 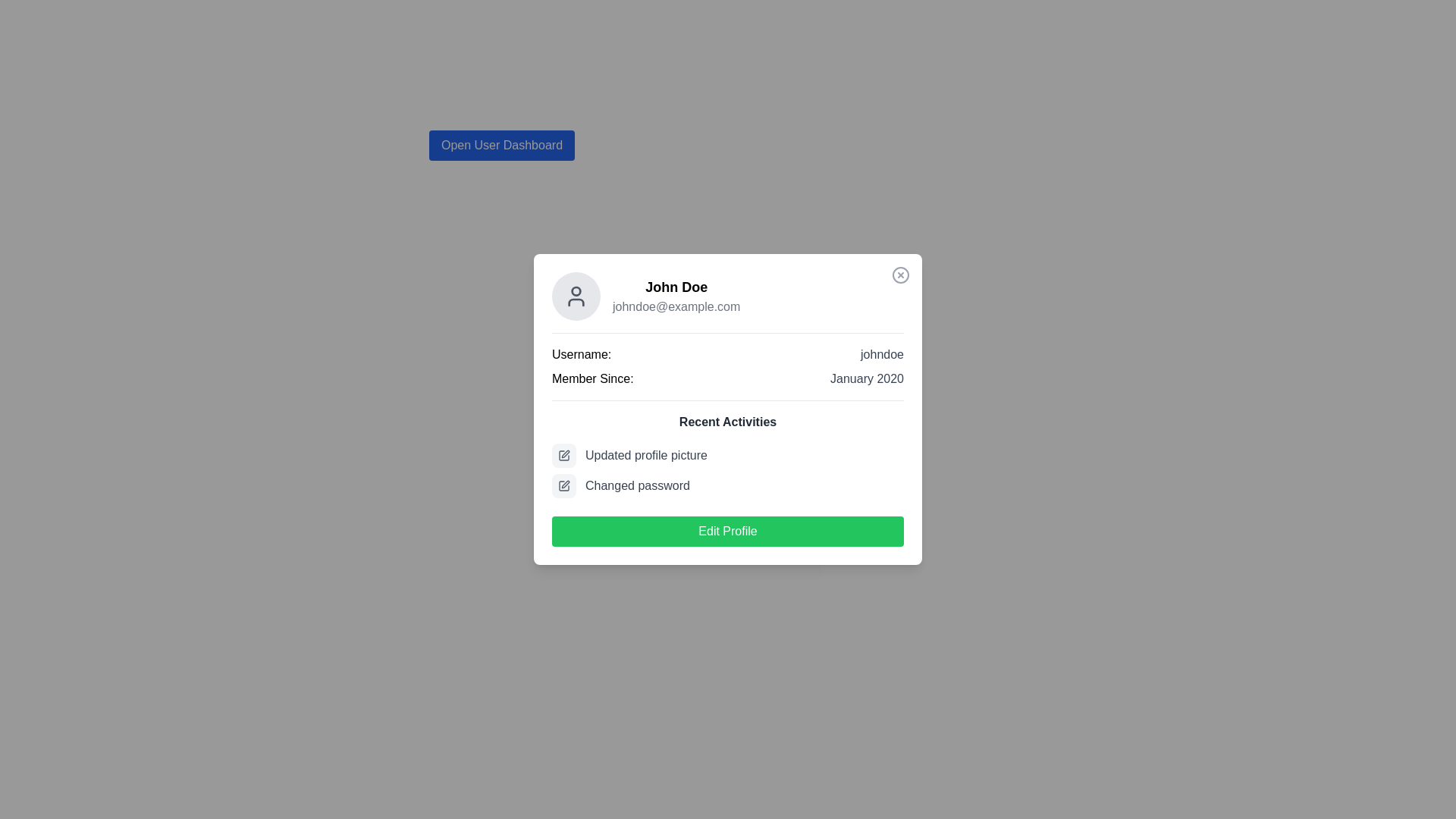 I want to click on the icon representing the 'Updated profile picture' entry in the recent activities section of the user information card, so click(x=563, y=455).